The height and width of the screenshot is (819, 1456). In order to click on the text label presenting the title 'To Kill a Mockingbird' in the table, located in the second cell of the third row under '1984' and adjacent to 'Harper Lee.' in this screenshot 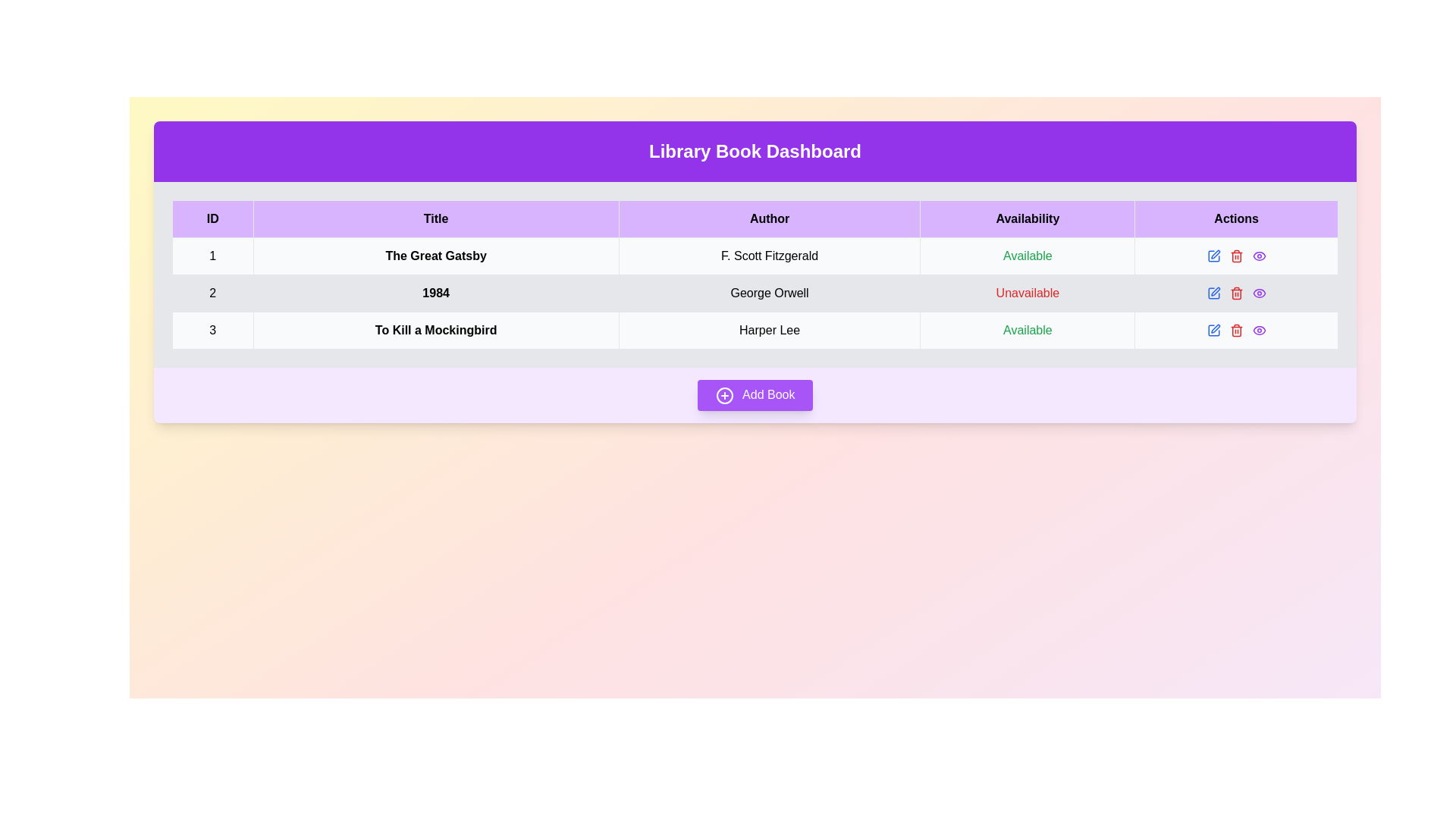, I will do `click(435, 329)`.